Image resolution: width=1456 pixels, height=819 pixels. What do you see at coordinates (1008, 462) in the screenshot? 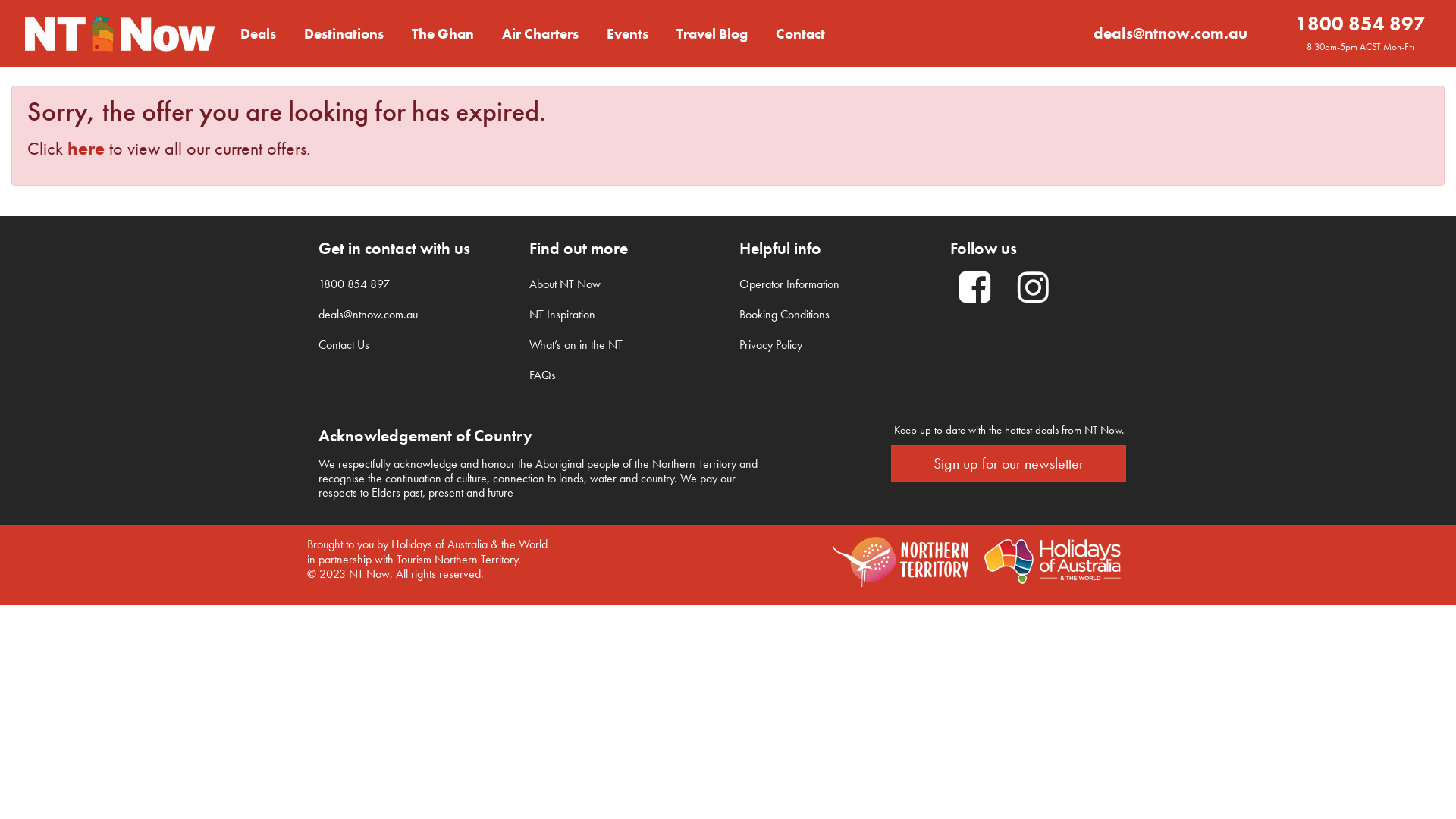
I see `'Sign up for our newsletter'` at bounding box center [1008, 462].